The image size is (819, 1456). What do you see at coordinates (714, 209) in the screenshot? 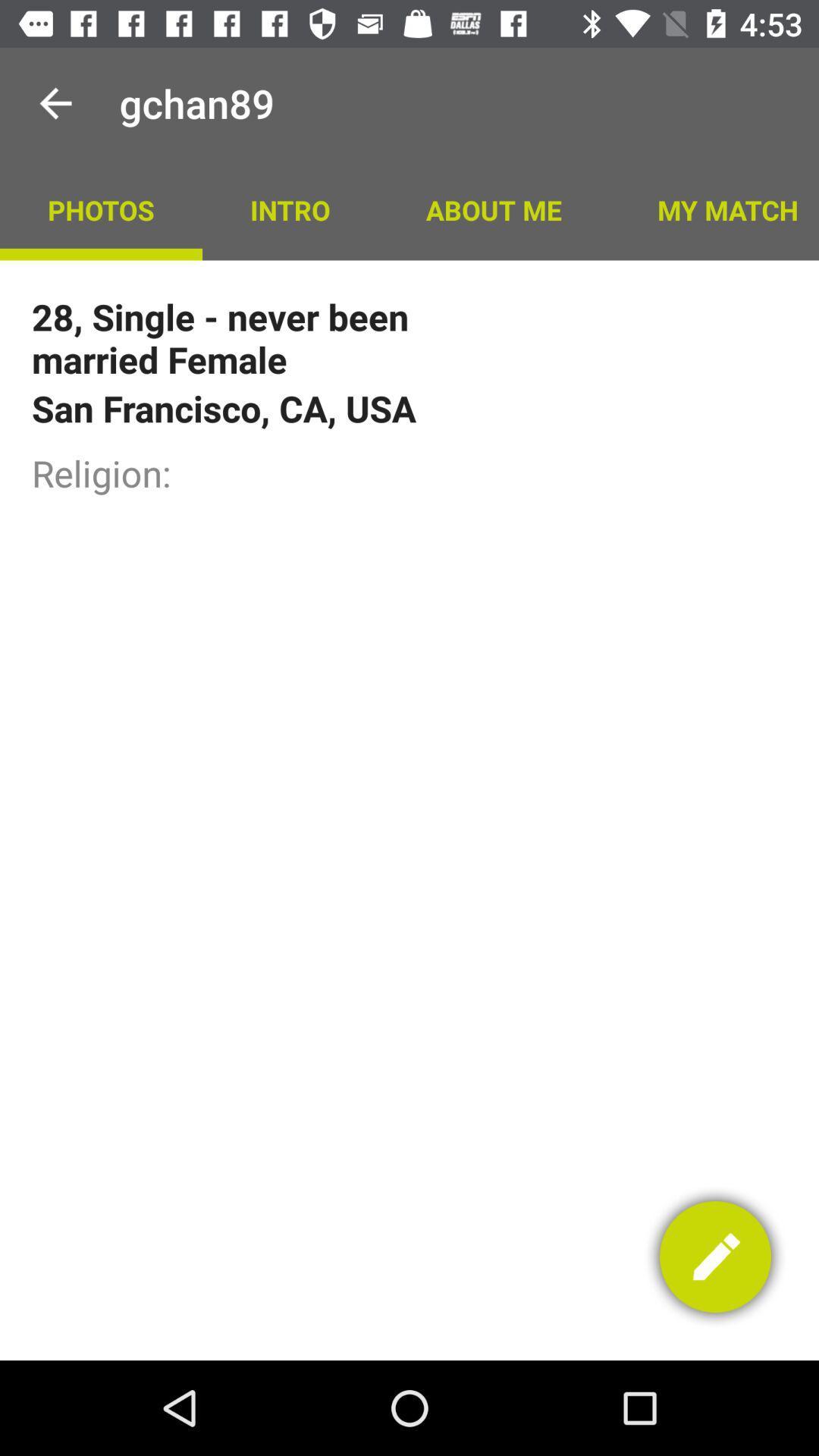
I see `my match icon` at bounding box center [714, 209].